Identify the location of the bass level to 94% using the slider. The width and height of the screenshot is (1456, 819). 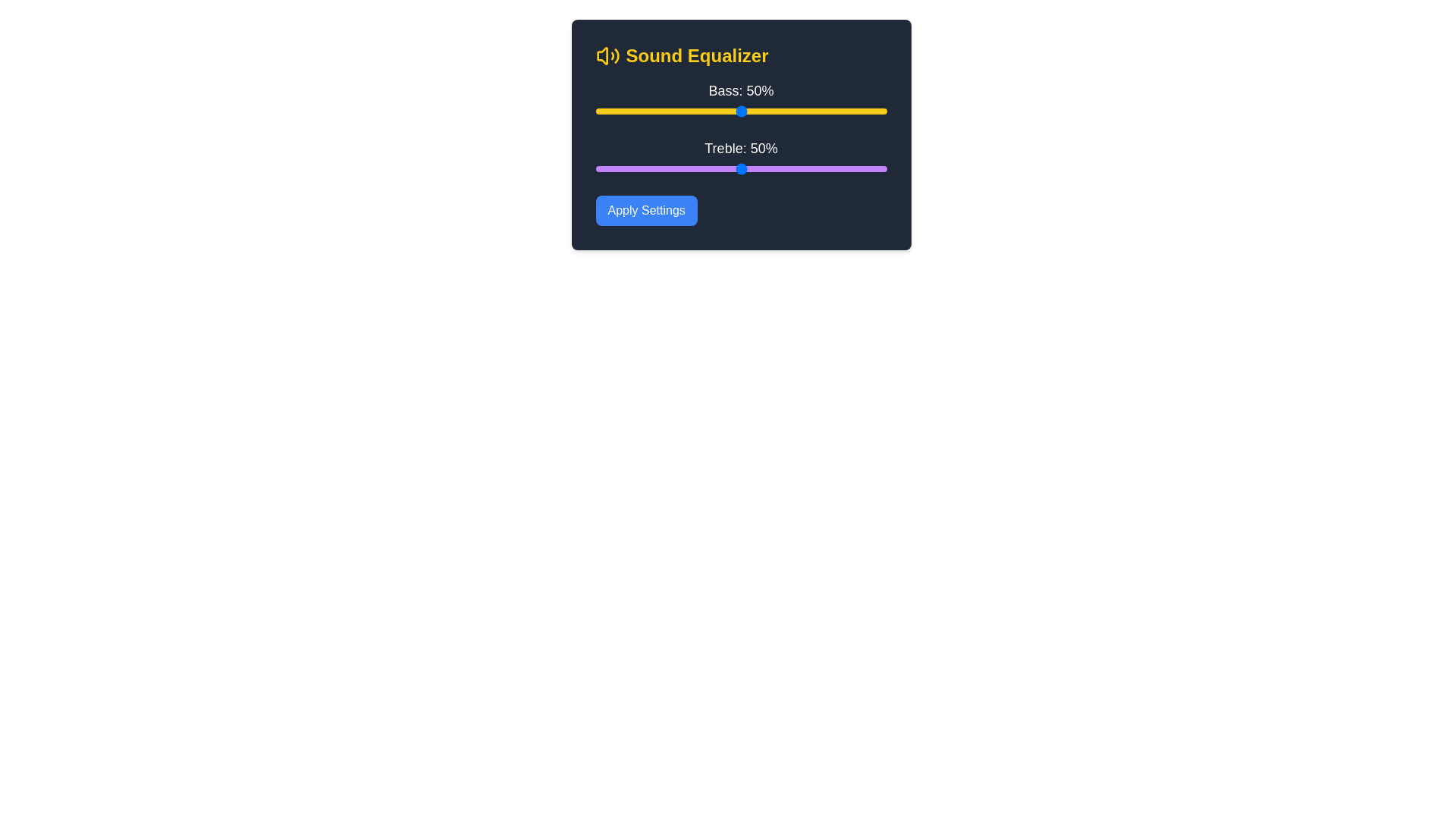
(869, 110).